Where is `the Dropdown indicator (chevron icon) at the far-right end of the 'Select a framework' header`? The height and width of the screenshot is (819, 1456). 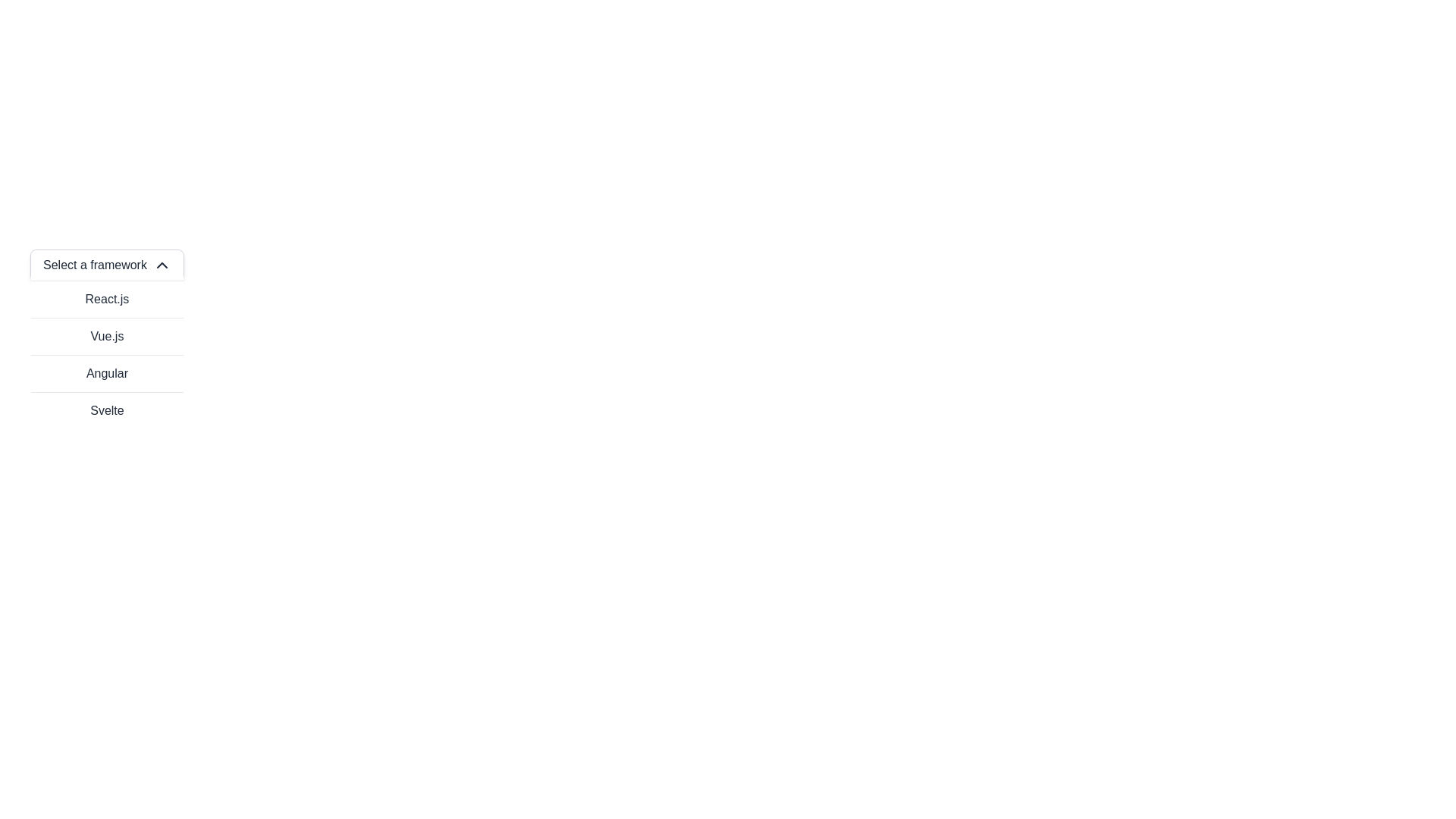 the Dropdown indicator (chevron icon) at the far-right end of the 'Select a framework' header is located at coordinates (162, 265).